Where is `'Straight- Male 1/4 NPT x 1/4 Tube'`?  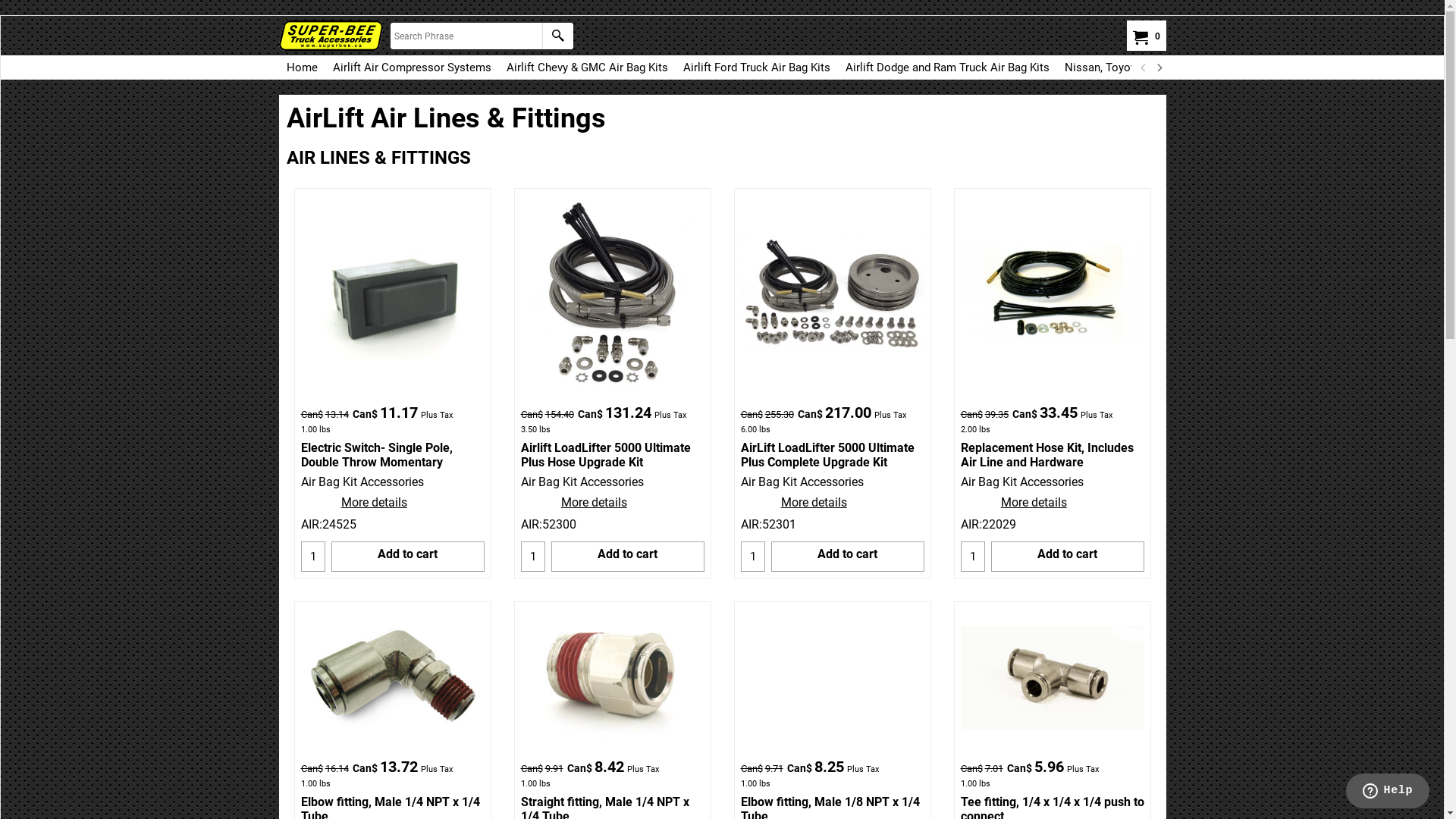
'Straight- Male 1/4 NPT x 1/4 Tube' is located at coordinates (611, 676).